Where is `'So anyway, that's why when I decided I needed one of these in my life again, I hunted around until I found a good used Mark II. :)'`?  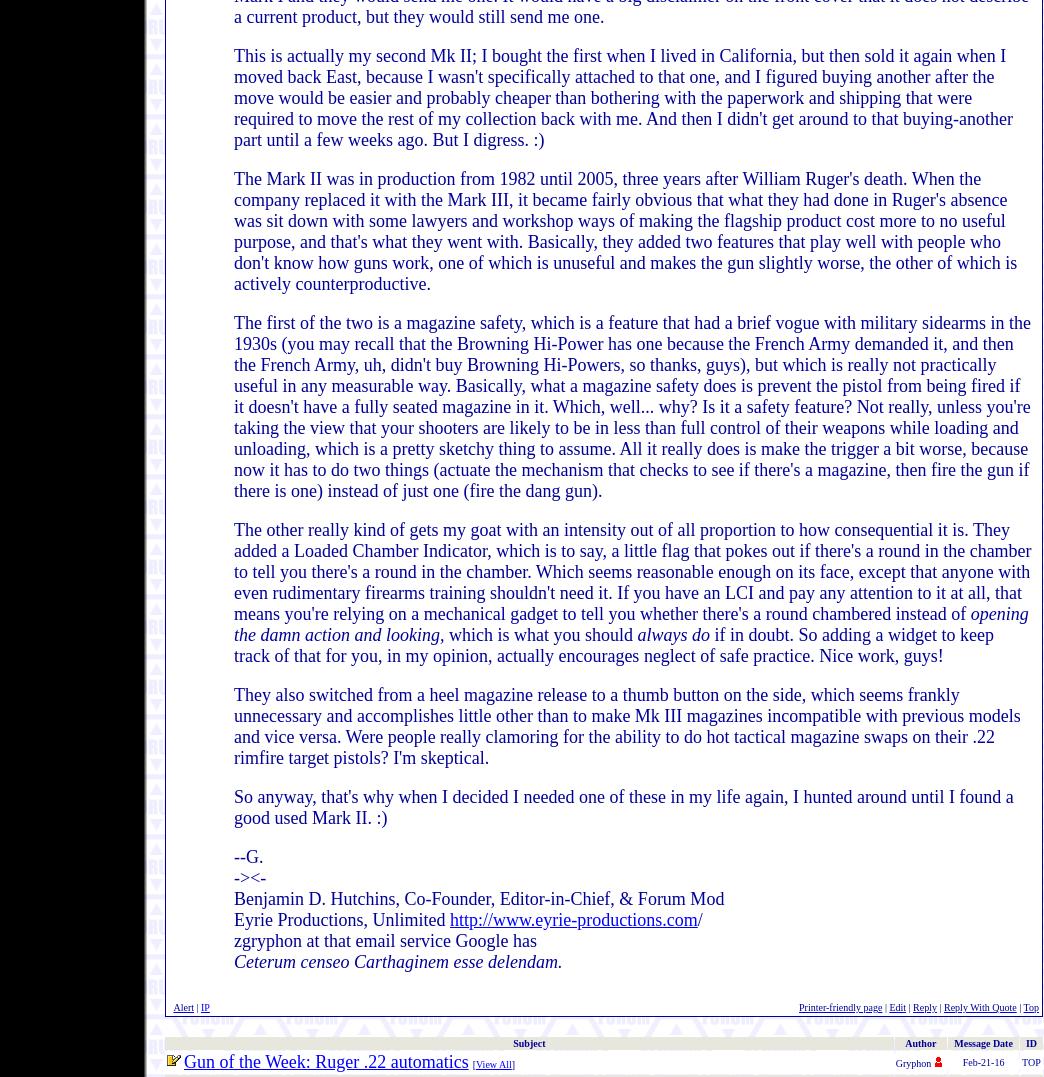
'So anyway, that's why when I decided I needed one of these in my life again, I hunted around until I found a good used Mark II. :)' is located at coordinates (623, 807).